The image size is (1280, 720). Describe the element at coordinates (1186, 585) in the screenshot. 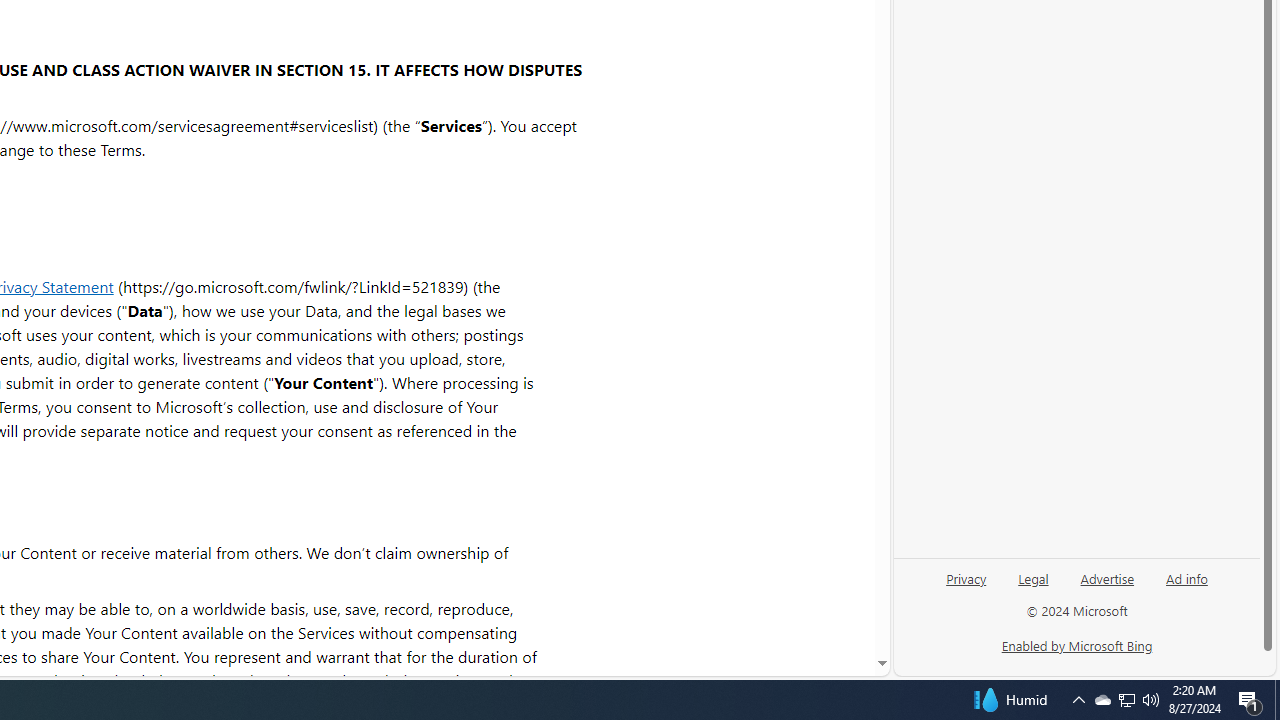

I see `'Ad info'` at that location.